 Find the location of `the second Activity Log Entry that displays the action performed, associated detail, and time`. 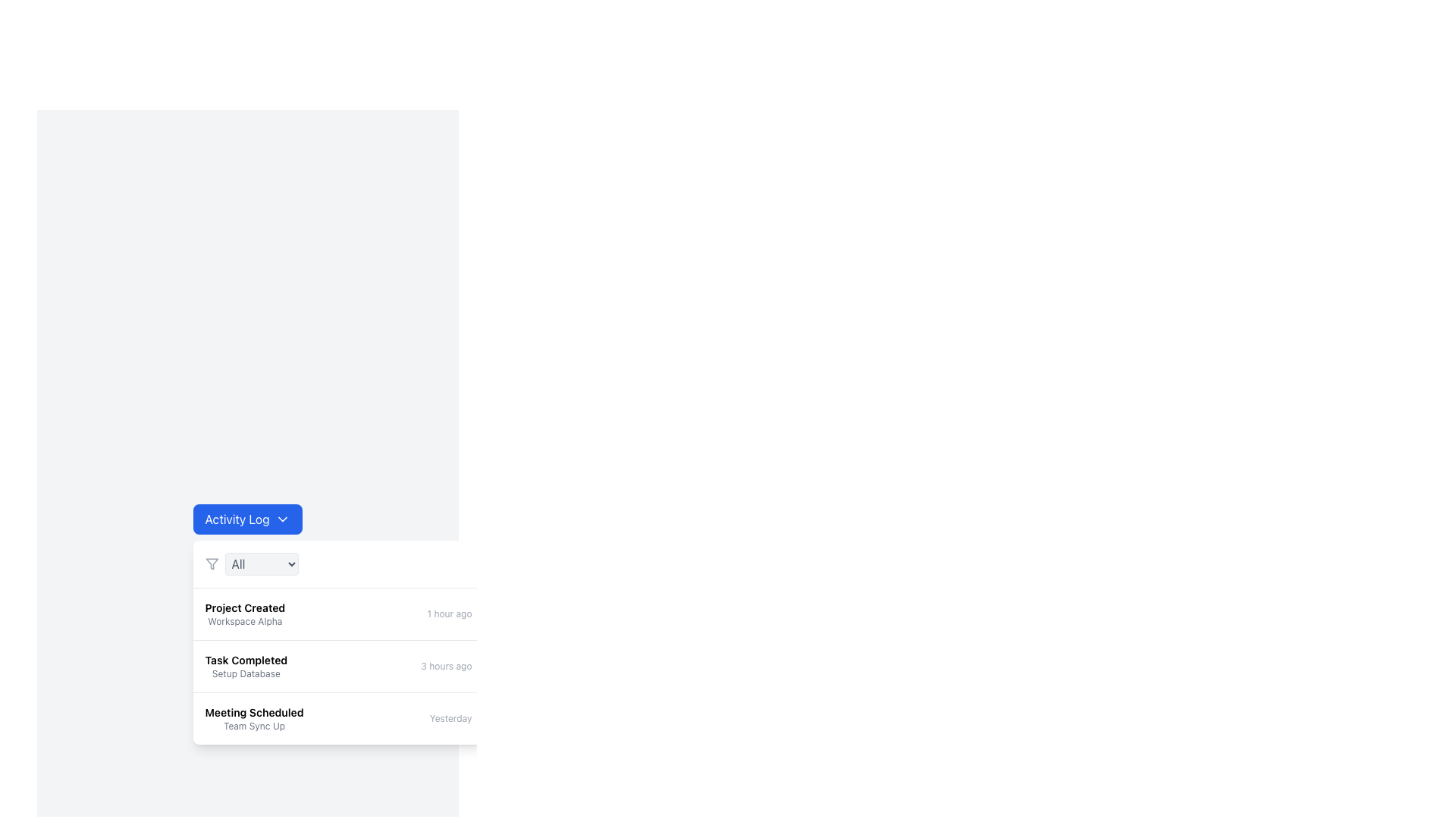

the second Activity Log Entry that displays the action performed, associated detail, and time is located at coordinates (337, 666).